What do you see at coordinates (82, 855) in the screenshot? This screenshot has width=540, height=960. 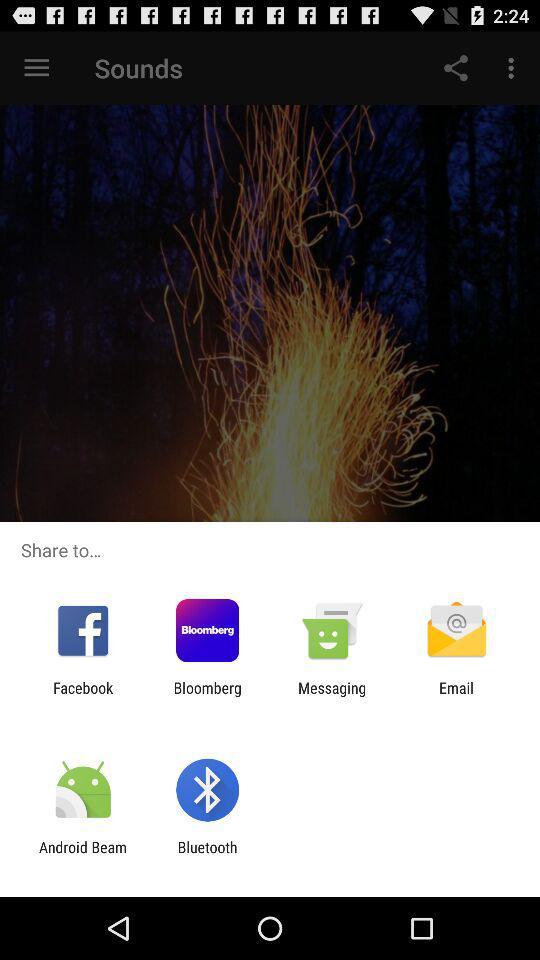 I see `item to the left of bluetooth icon` at bounding box center [82, 855].